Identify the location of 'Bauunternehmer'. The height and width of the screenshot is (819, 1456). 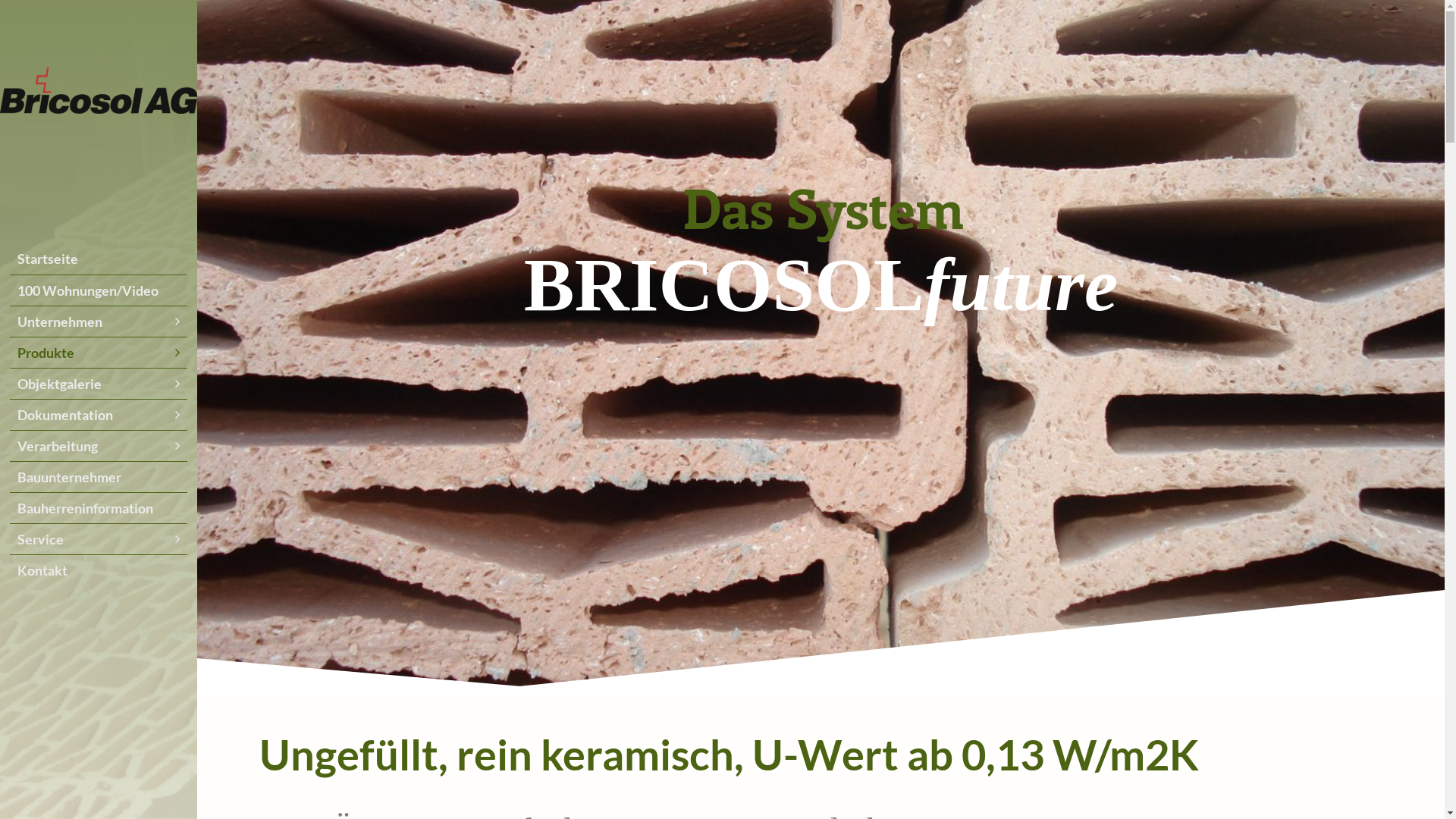
(10, 475).